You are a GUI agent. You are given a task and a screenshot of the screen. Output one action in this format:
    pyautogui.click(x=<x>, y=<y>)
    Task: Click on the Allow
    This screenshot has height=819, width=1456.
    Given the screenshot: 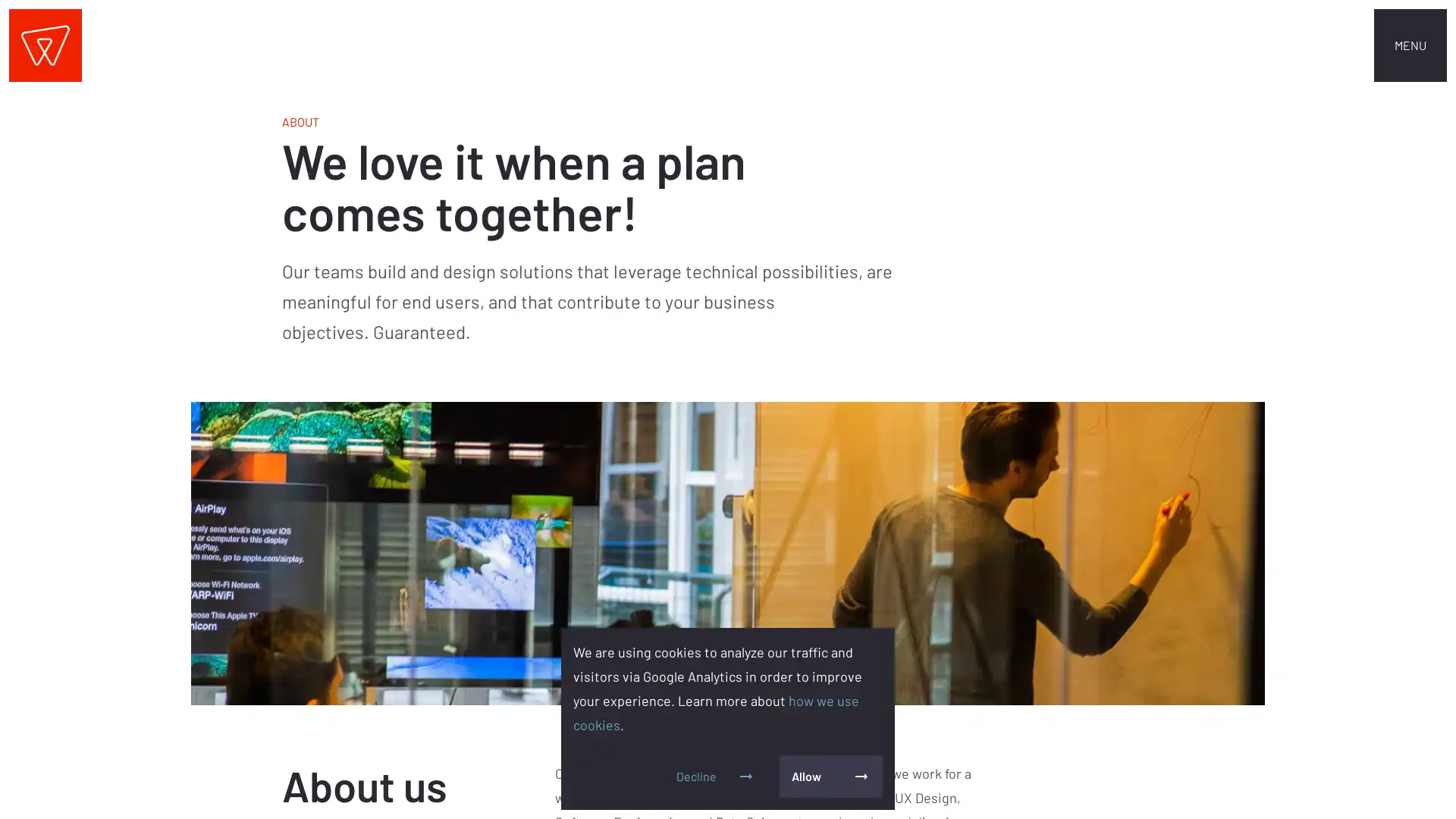 What is the action you would take?
    pyautogui.click(x=830, y=776)
    